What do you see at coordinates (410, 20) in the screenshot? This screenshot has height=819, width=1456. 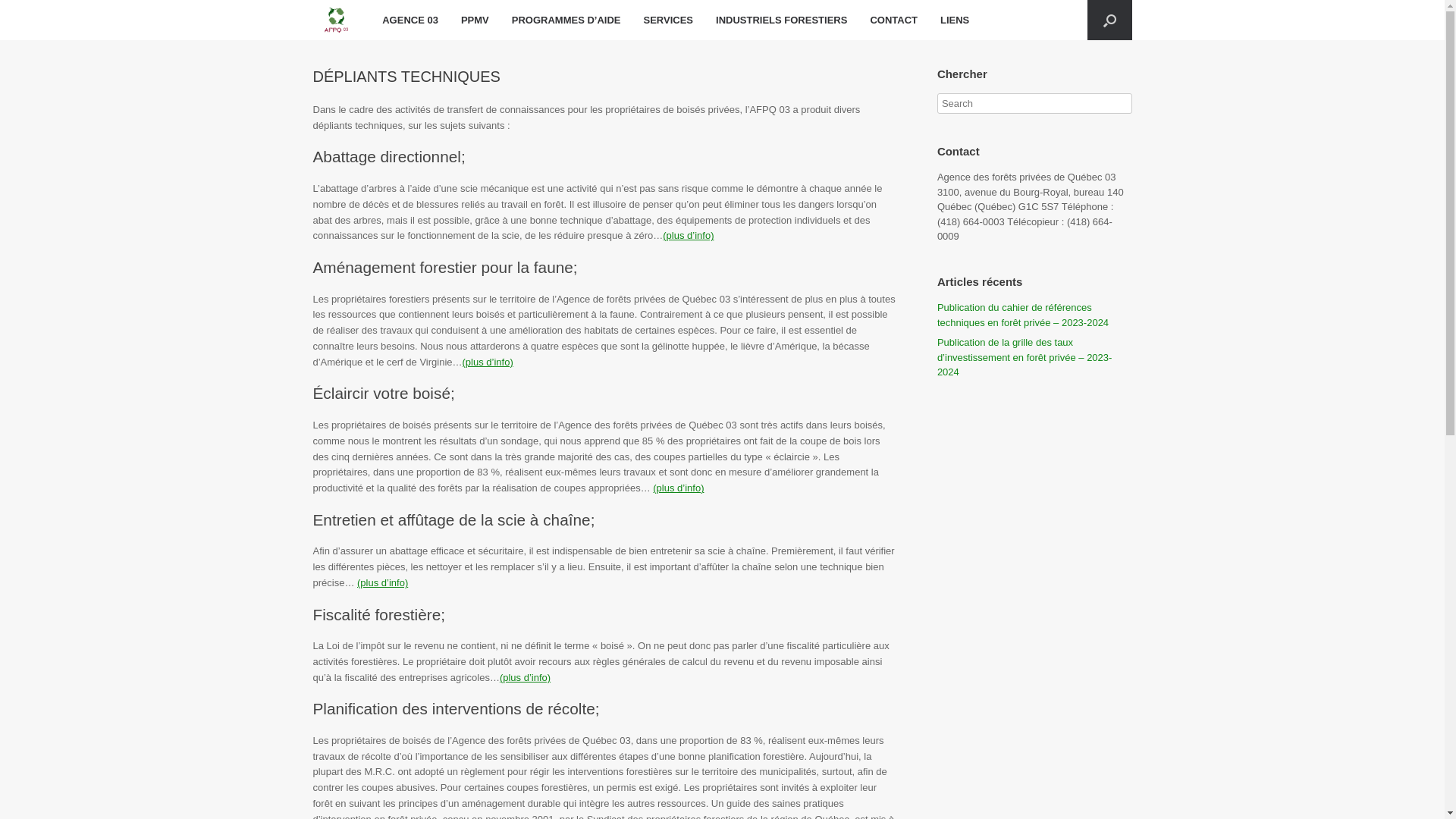 I see `'AGENCE 03'` at bounding box center [410, 20].